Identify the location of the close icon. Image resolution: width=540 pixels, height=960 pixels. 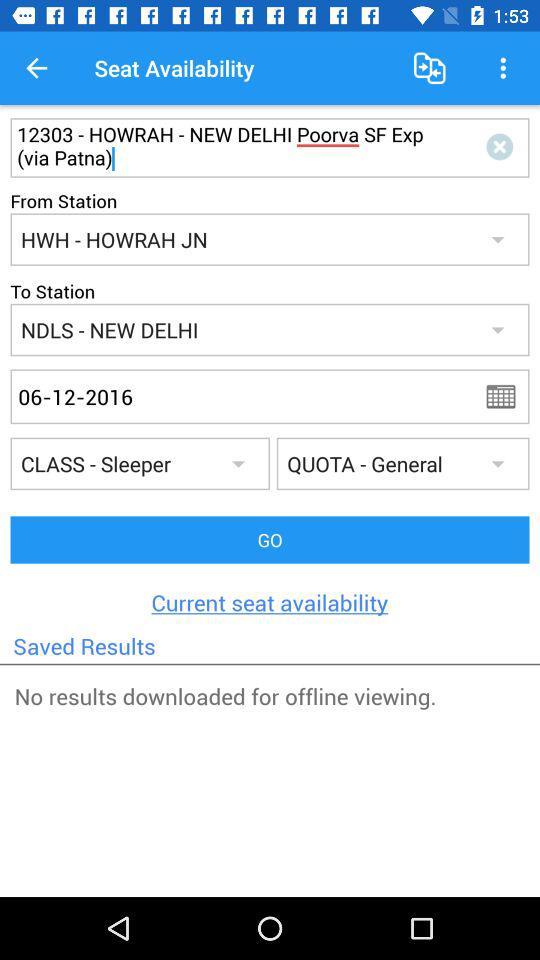
(502, 146).